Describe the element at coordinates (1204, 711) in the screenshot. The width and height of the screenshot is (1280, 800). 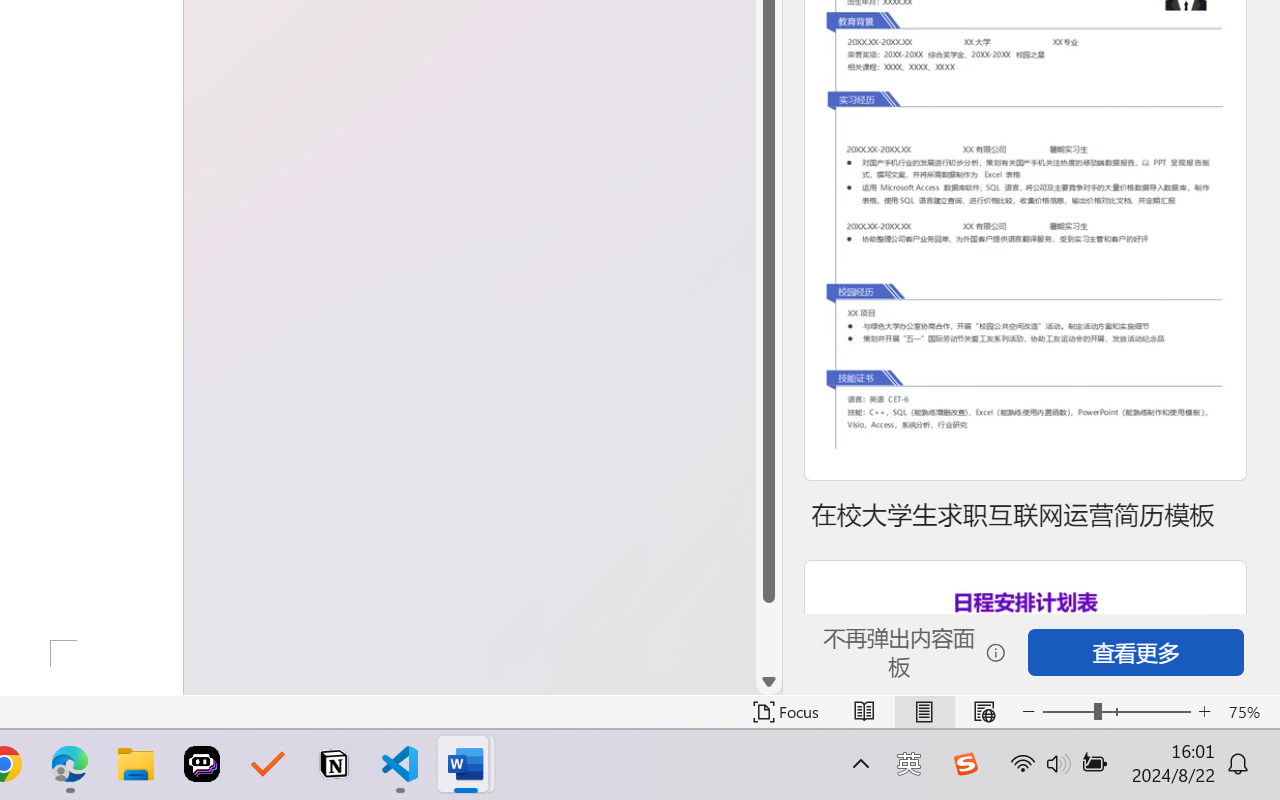
I see `'Zoom In'` at that location.